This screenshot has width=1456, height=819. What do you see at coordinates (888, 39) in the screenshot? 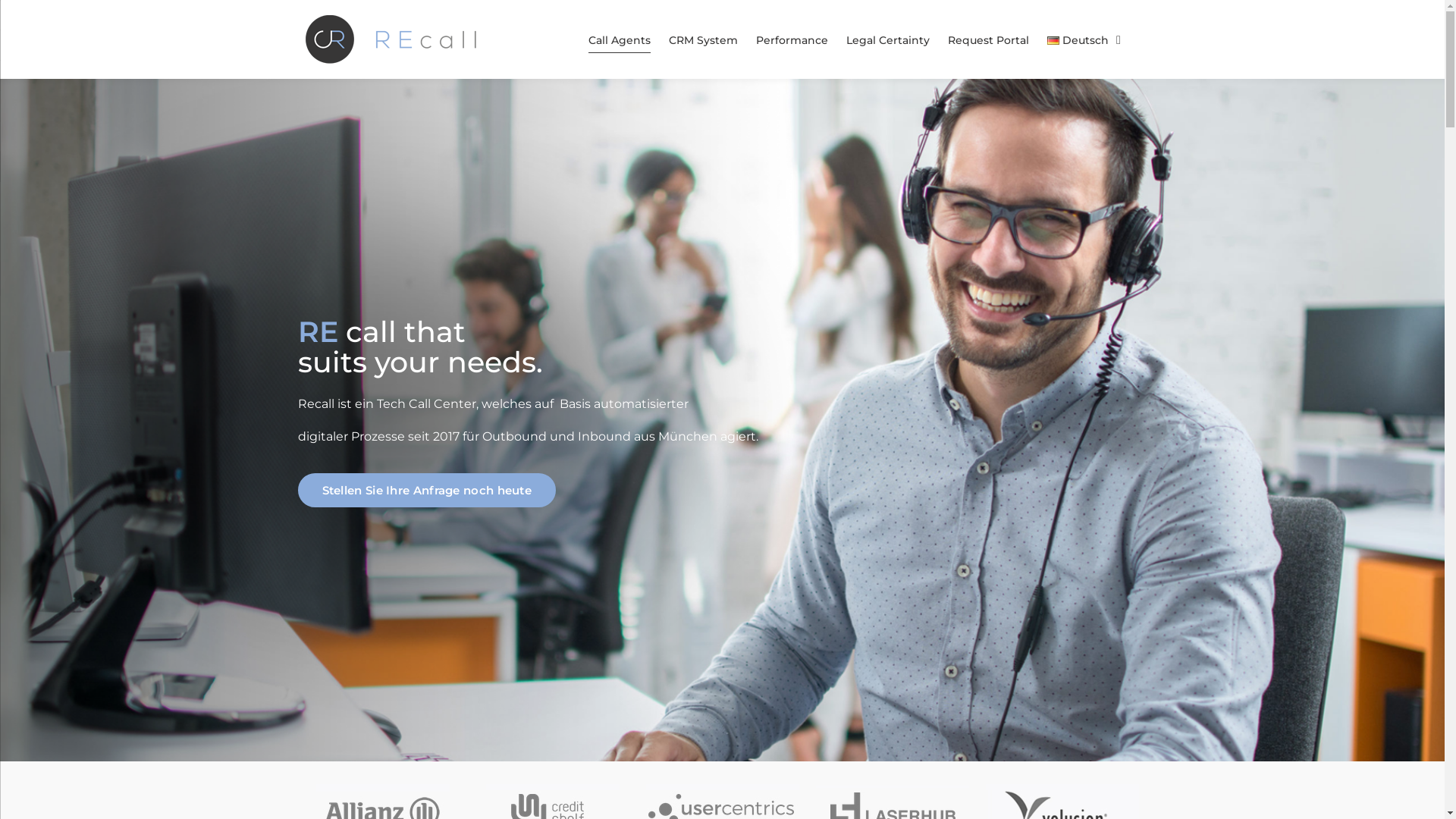
I see `'Legal Certainty'` at bounding box center [888, 39].